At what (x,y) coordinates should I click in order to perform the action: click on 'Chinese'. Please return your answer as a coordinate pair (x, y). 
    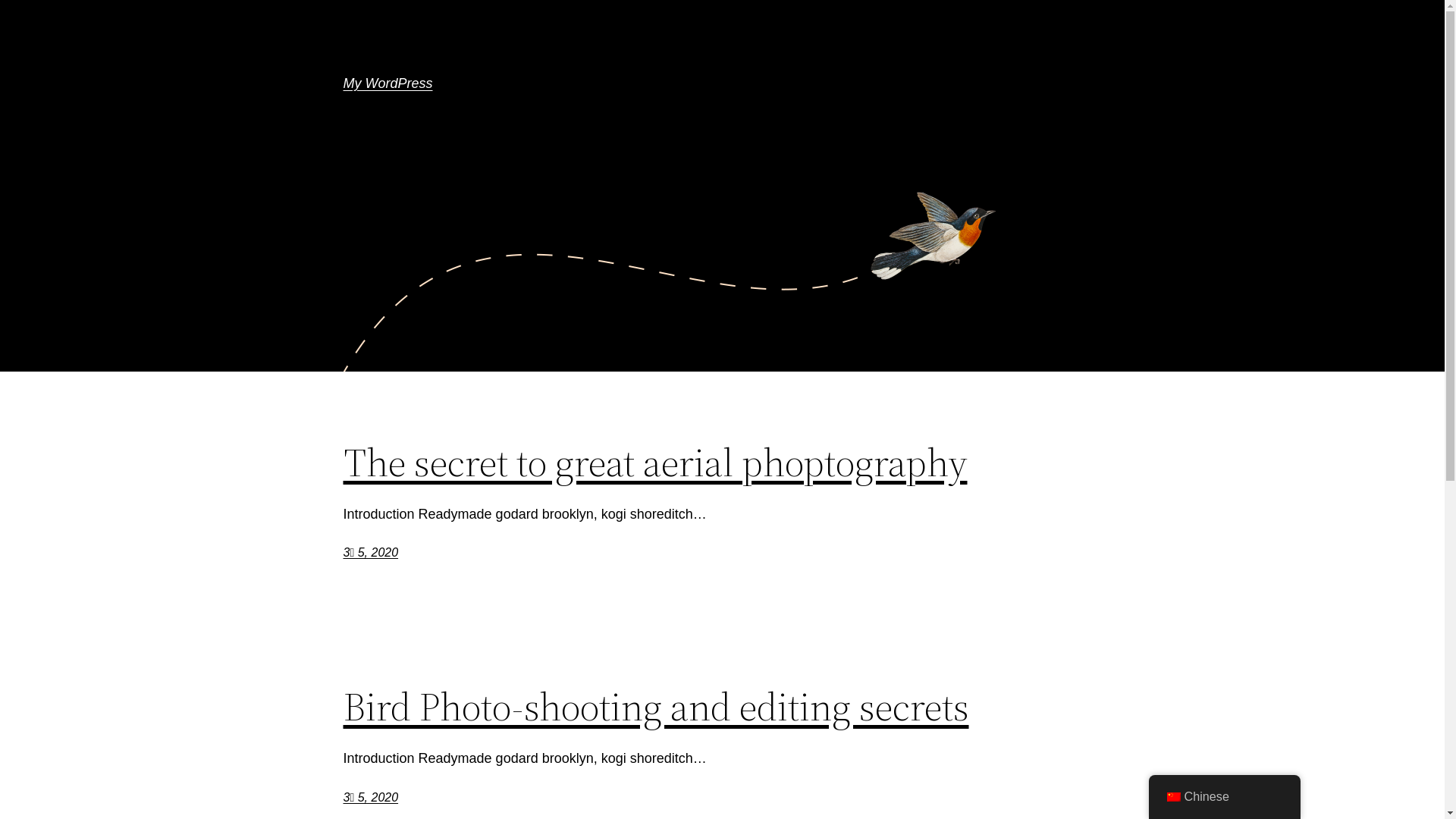
    Looking at the image, I should click on (1172, 795).